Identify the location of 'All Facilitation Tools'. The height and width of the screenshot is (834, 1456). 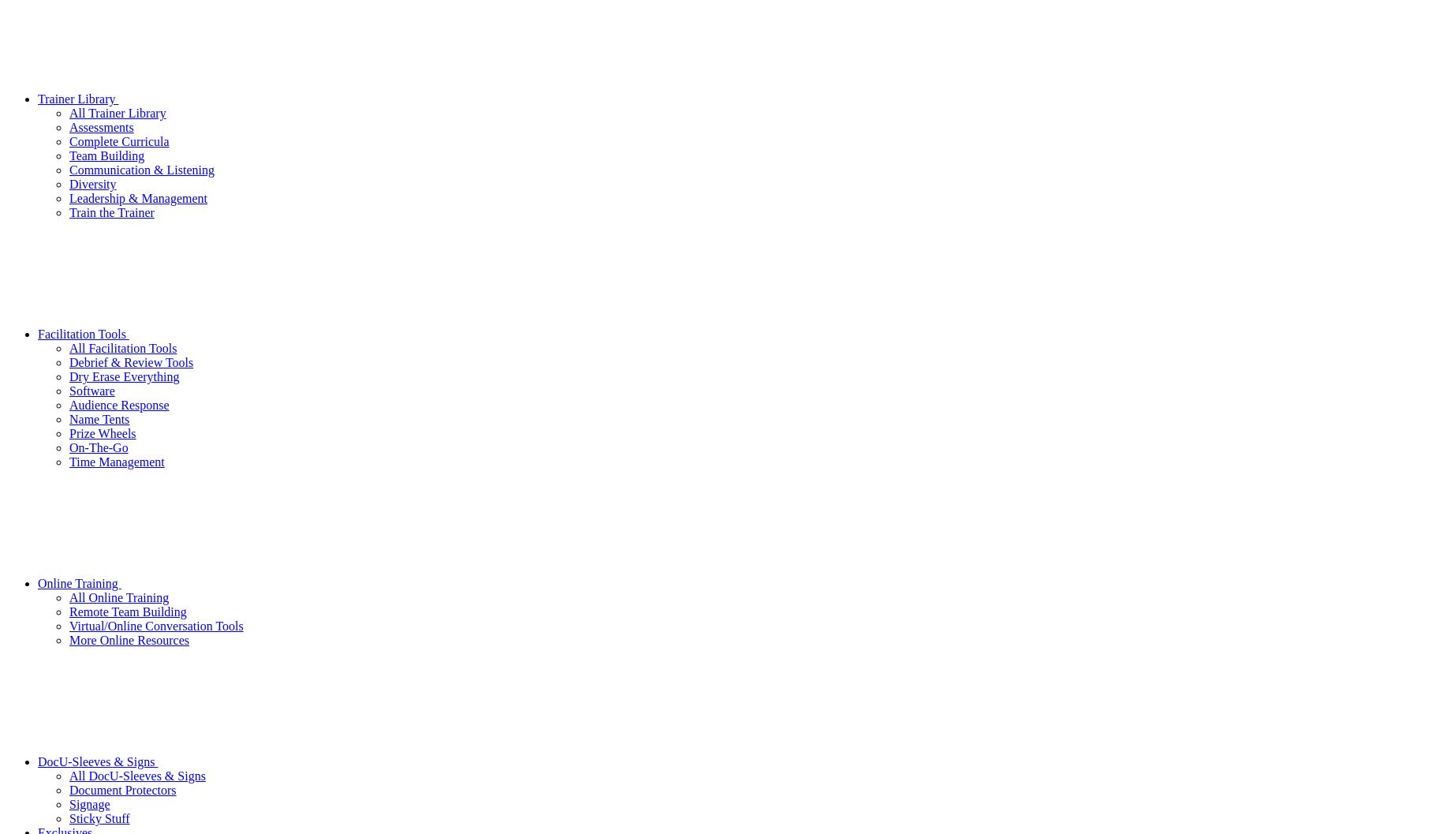
(69, 346).